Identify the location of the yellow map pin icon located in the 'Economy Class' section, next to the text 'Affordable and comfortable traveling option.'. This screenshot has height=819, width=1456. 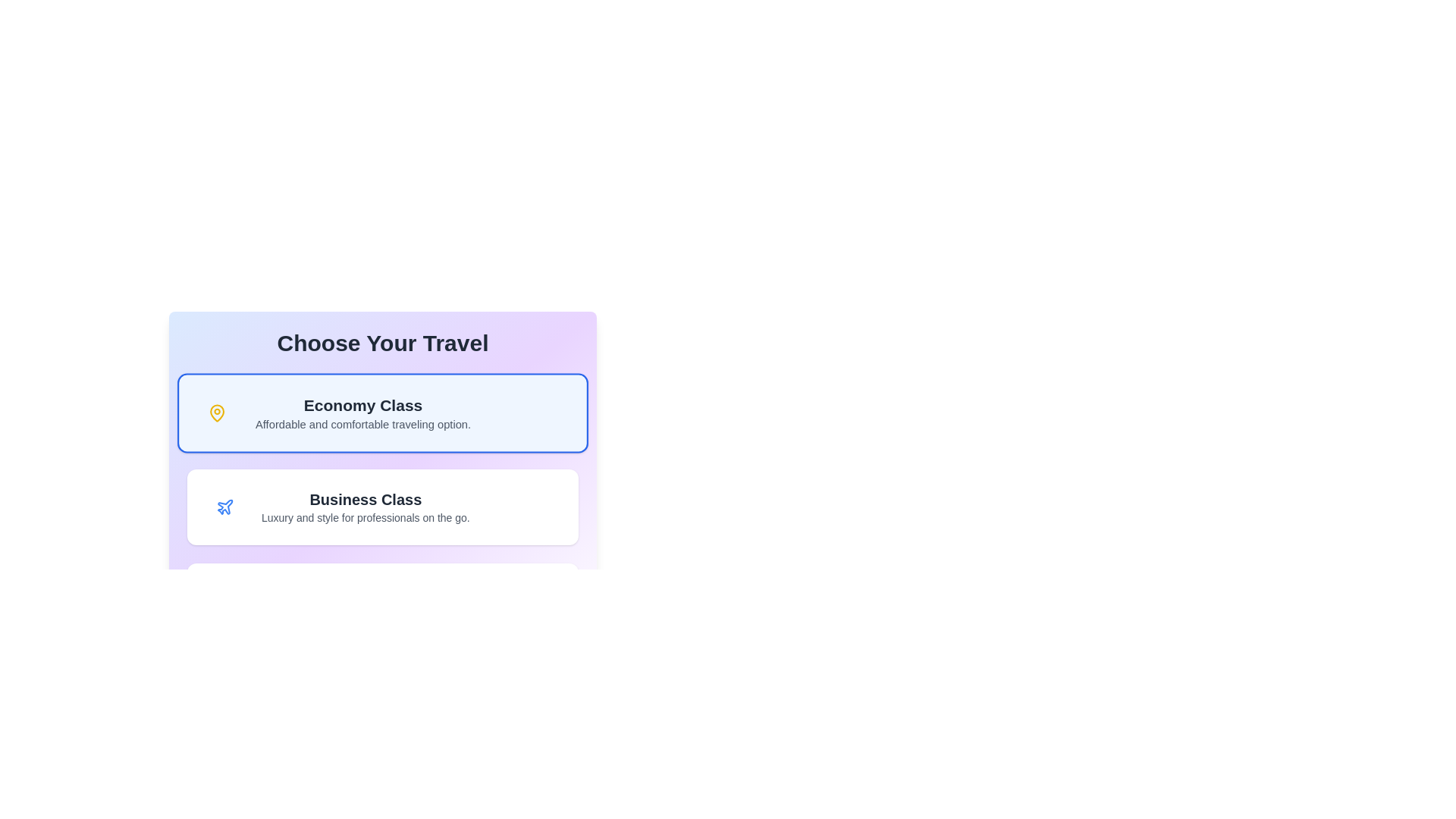
(216, 413).